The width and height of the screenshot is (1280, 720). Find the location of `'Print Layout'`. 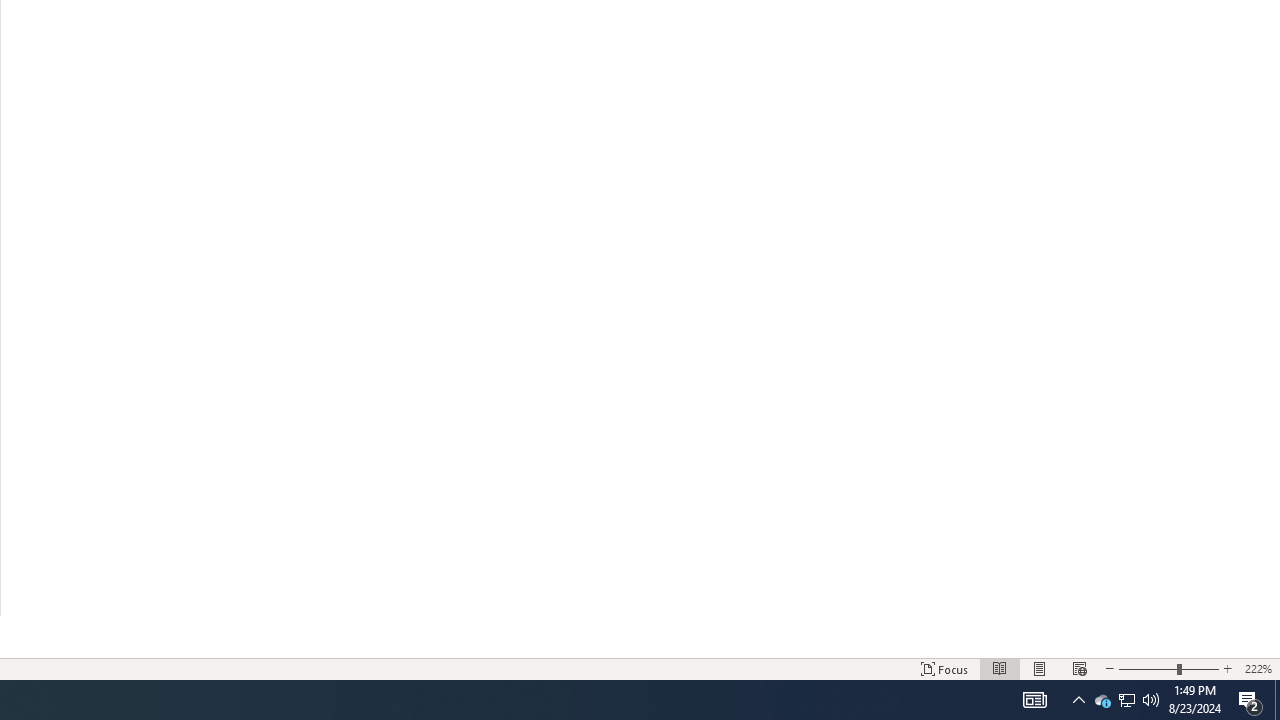

'Print Layout' is located at coordinates (1040, 669).